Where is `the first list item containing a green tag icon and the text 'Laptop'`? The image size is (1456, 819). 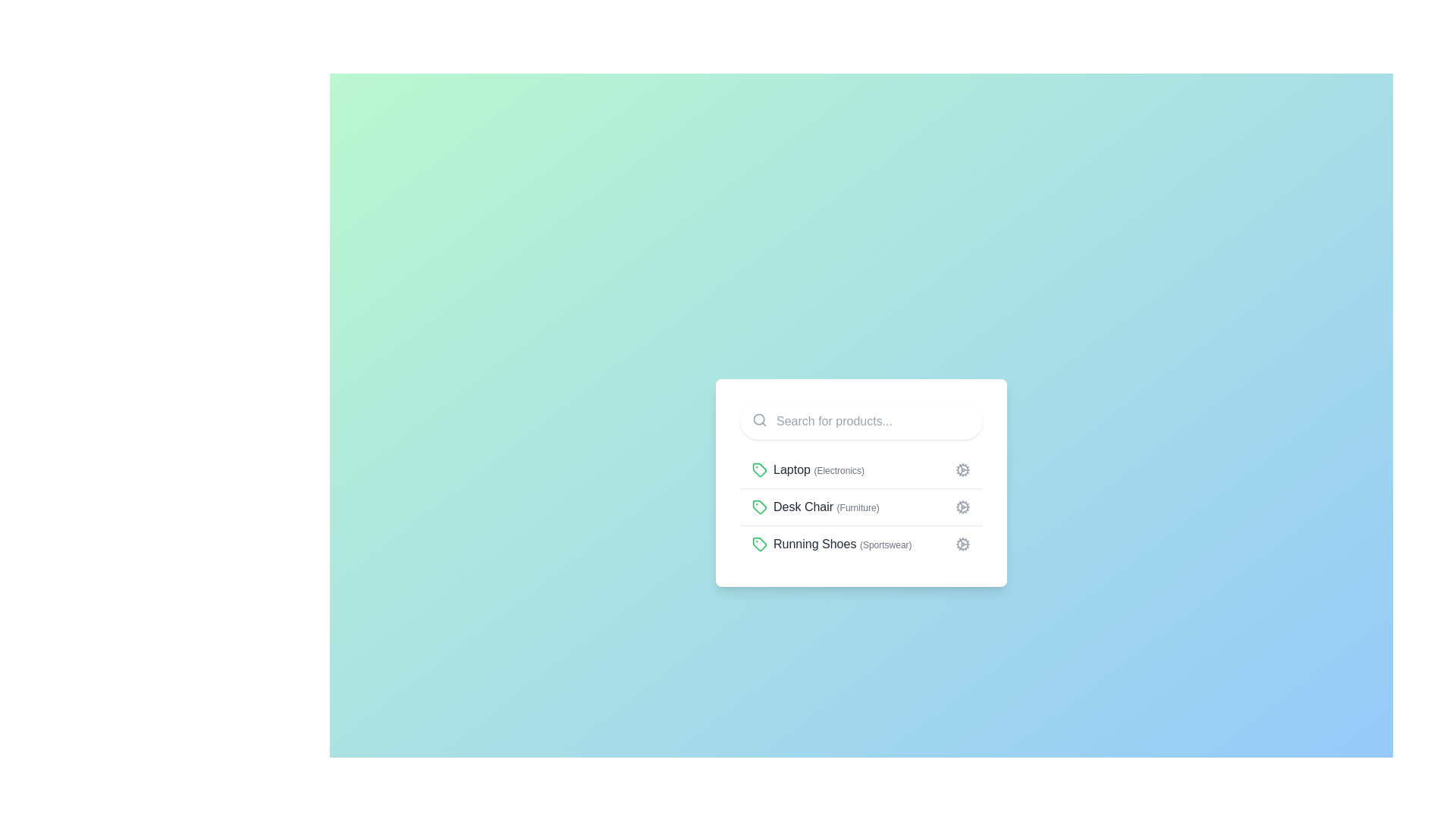 the first list item containing a green tag icon and the text 'Laptop' is located at coordinates (861, 469).